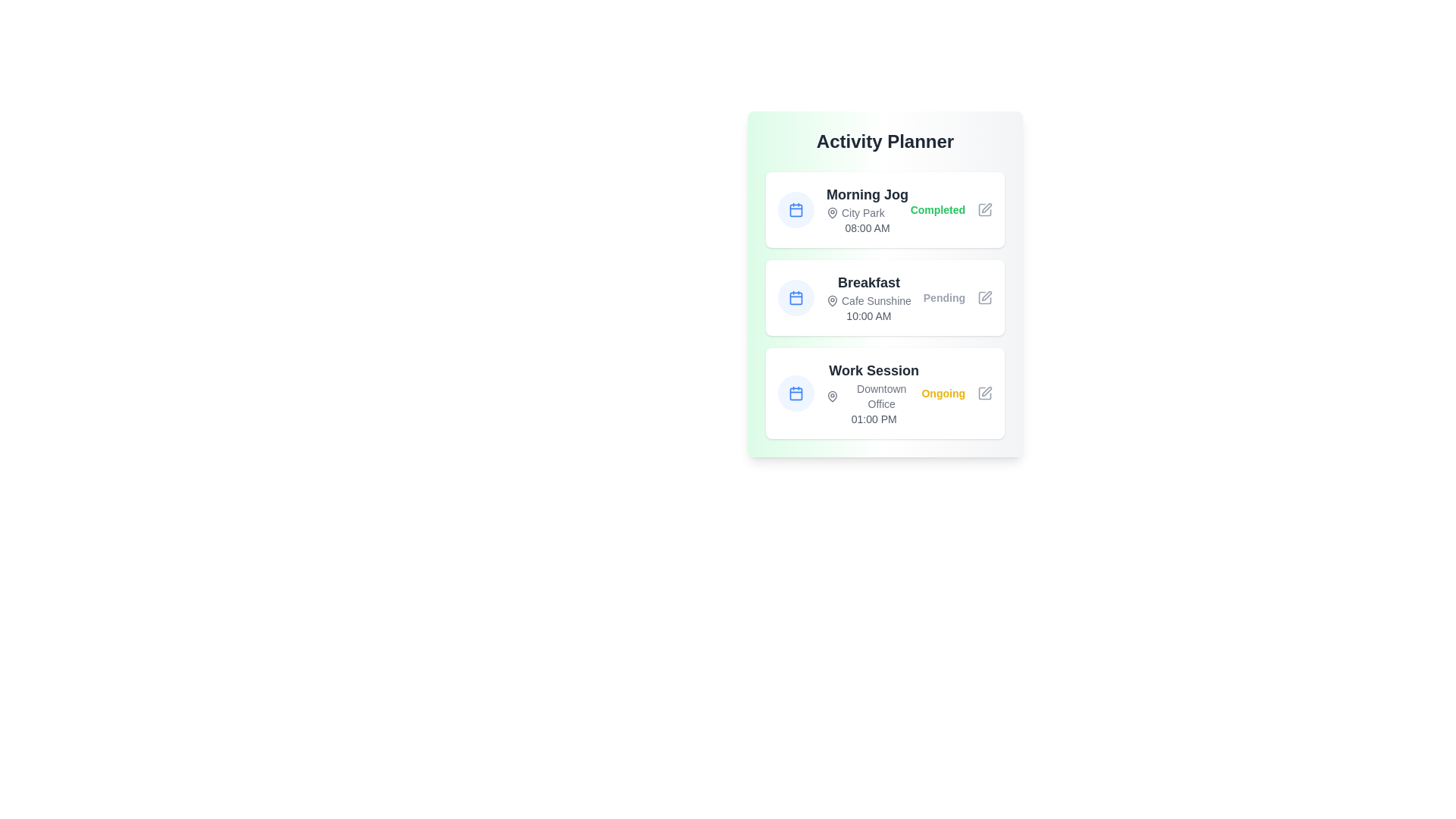 The height and width of the screenshot is (819, 1456). I want to click on content displayed in the text indicating the starting or scheduled time for the 'Work Session' activity, positioned at the bottom of the 'Work Session' card below the 'Downtown Office' subheading, so click(874, 419).